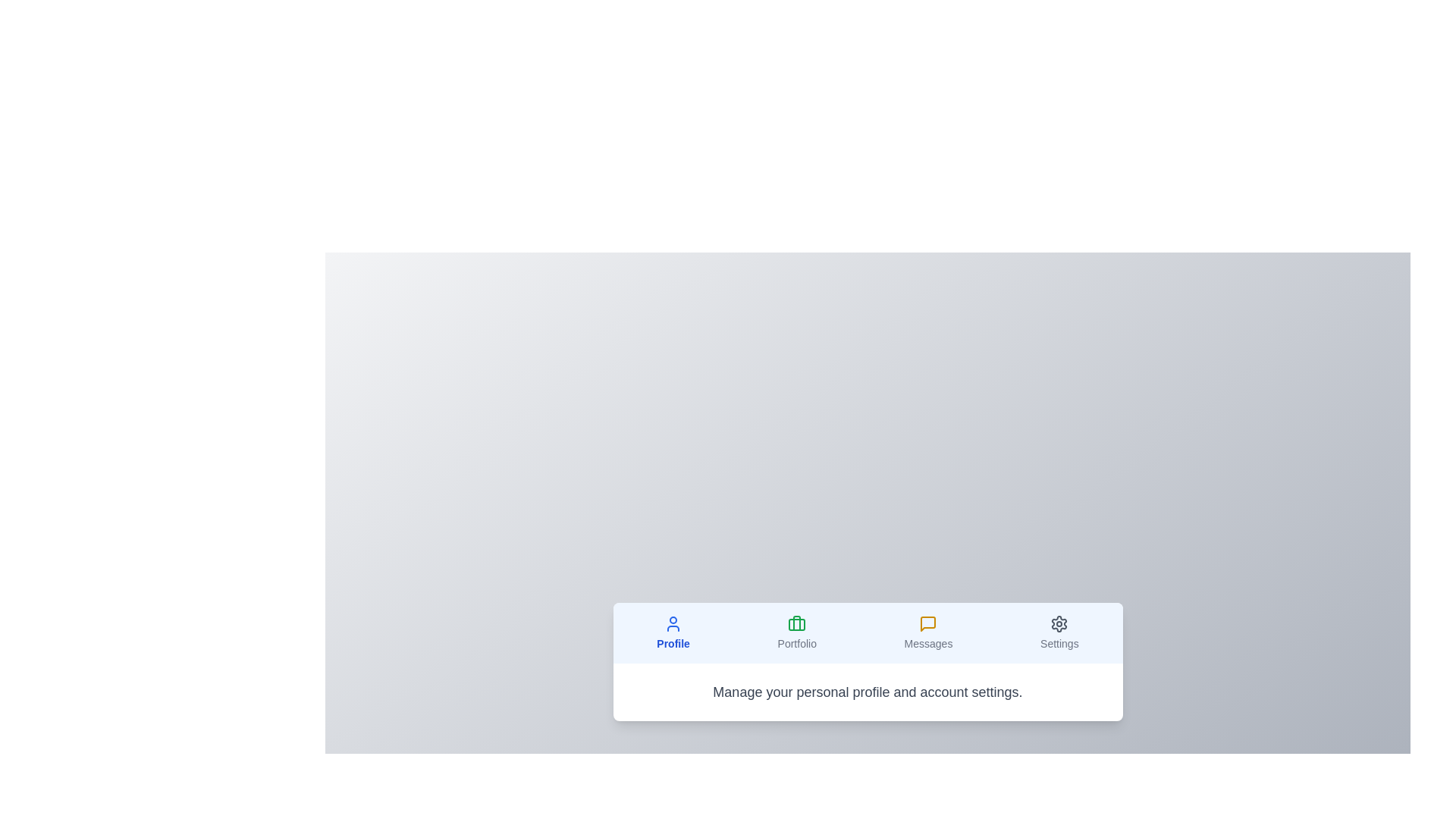 The height and width of the screenshot is (819, 1456). What do you see at coordinates (927, 632) in the screenshot?
I see `the 'Messages' tab to view its content` at bounding box center [927, 632].